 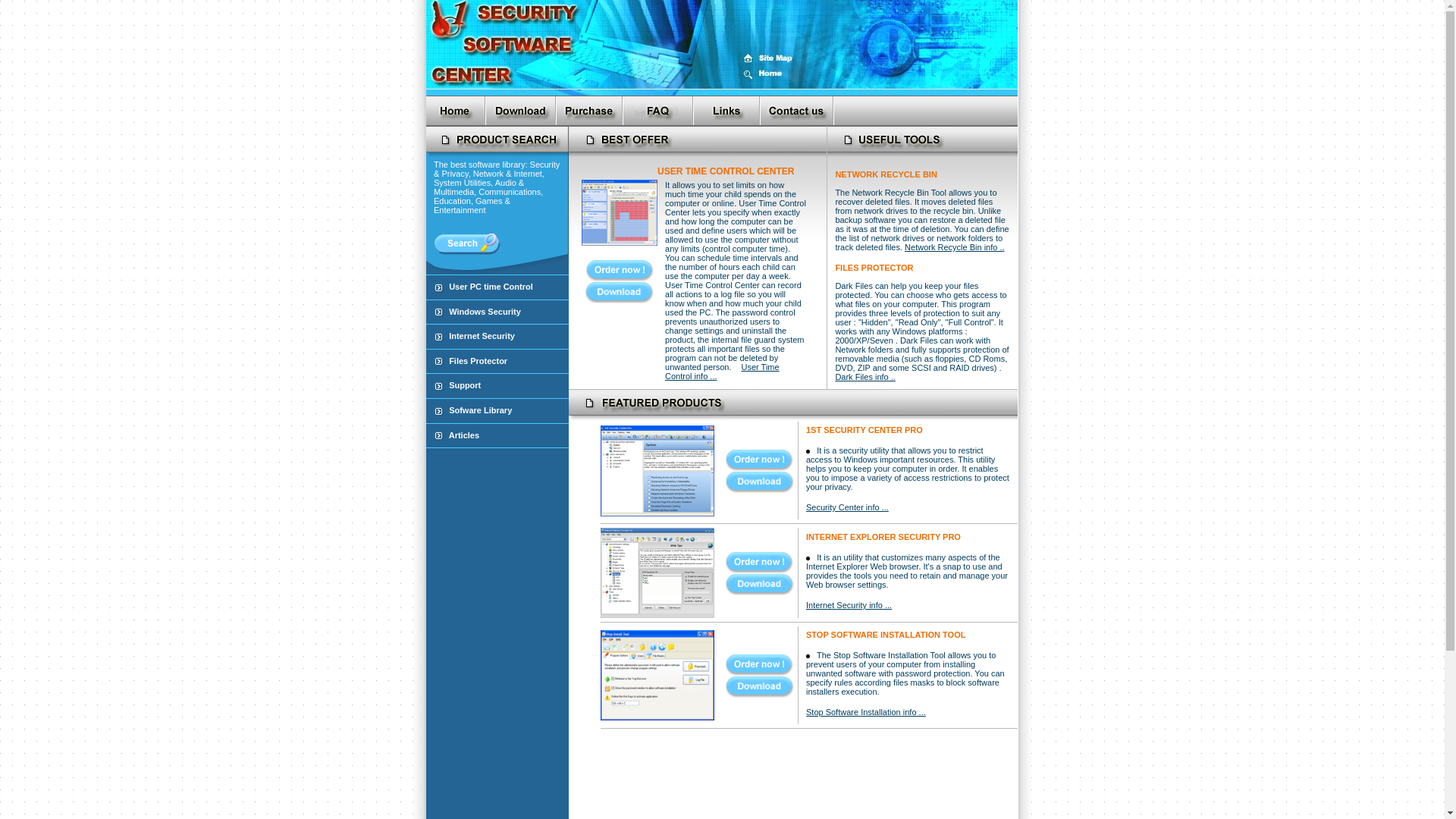 What do you see at coordinates (447, 287) in the screenshot?
I see `'User PC time Control'` at bounding box center [447, 287].